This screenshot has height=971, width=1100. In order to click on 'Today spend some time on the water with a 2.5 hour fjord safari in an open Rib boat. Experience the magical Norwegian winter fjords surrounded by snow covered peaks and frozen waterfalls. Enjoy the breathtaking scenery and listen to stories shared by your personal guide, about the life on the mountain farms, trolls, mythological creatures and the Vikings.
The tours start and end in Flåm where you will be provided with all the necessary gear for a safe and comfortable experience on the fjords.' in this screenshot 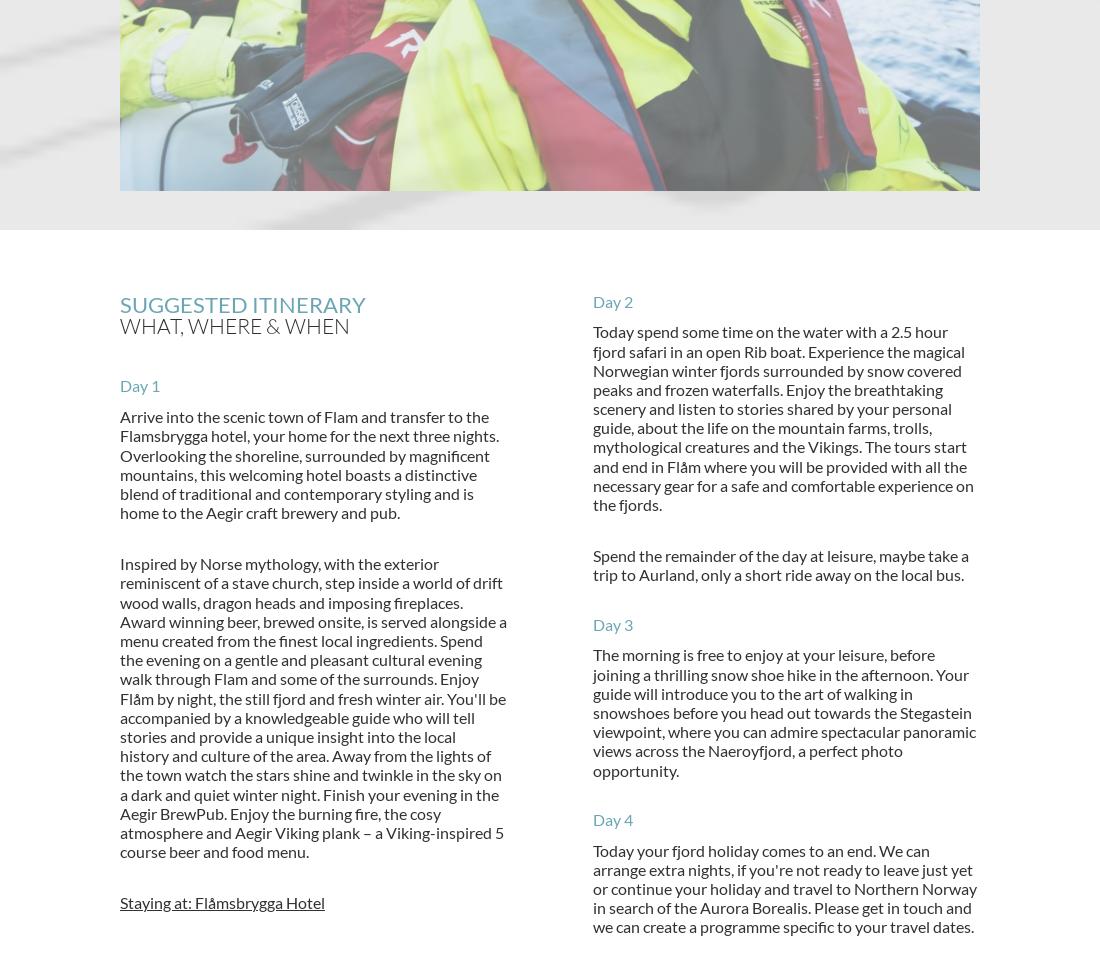, I will do `click(783, 417)`.